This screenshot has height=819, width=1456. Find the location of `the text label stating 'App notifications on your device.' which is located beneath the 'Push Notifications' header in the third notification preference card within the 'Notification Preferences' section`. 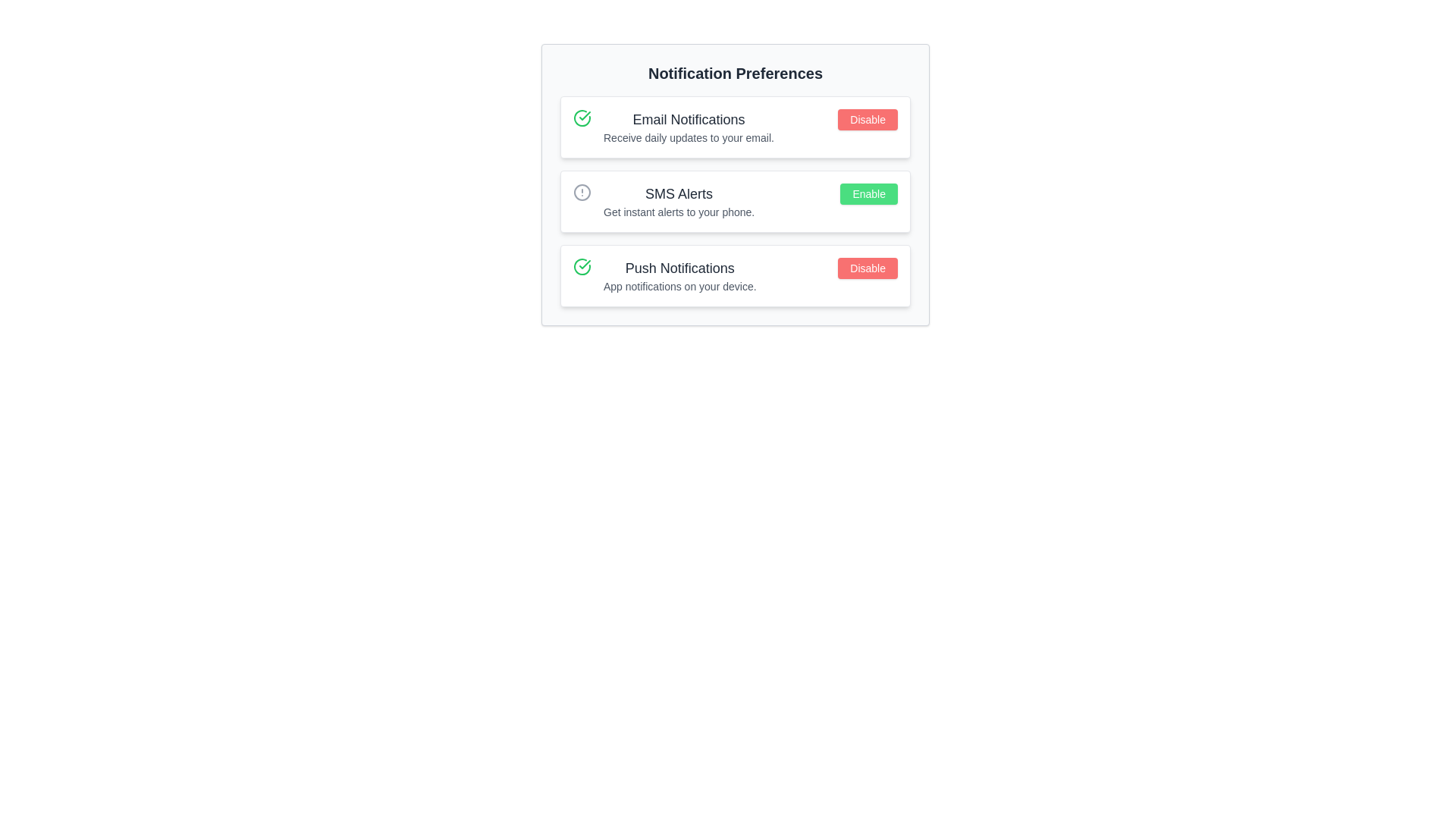

the text label stating 'App notifications on your device.' which is located beneath the 'Push Notifications' header in the third notification preference card within the 'Notification Preferences' section is located at coordinates (679, 287).